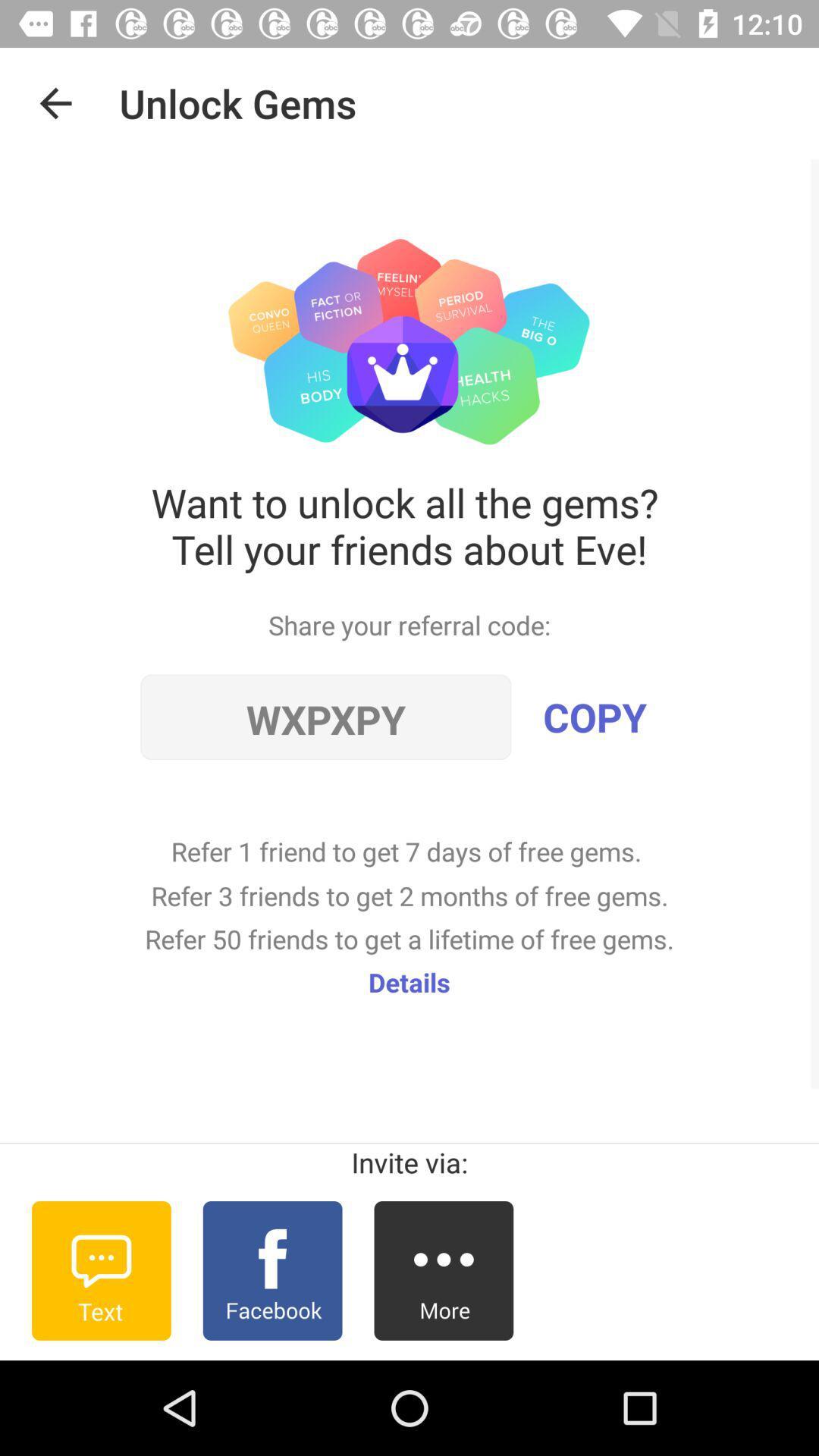 This screenshot has width=819, height=1456. I want to click on icon below the invite via: item, so click(444, 1270).